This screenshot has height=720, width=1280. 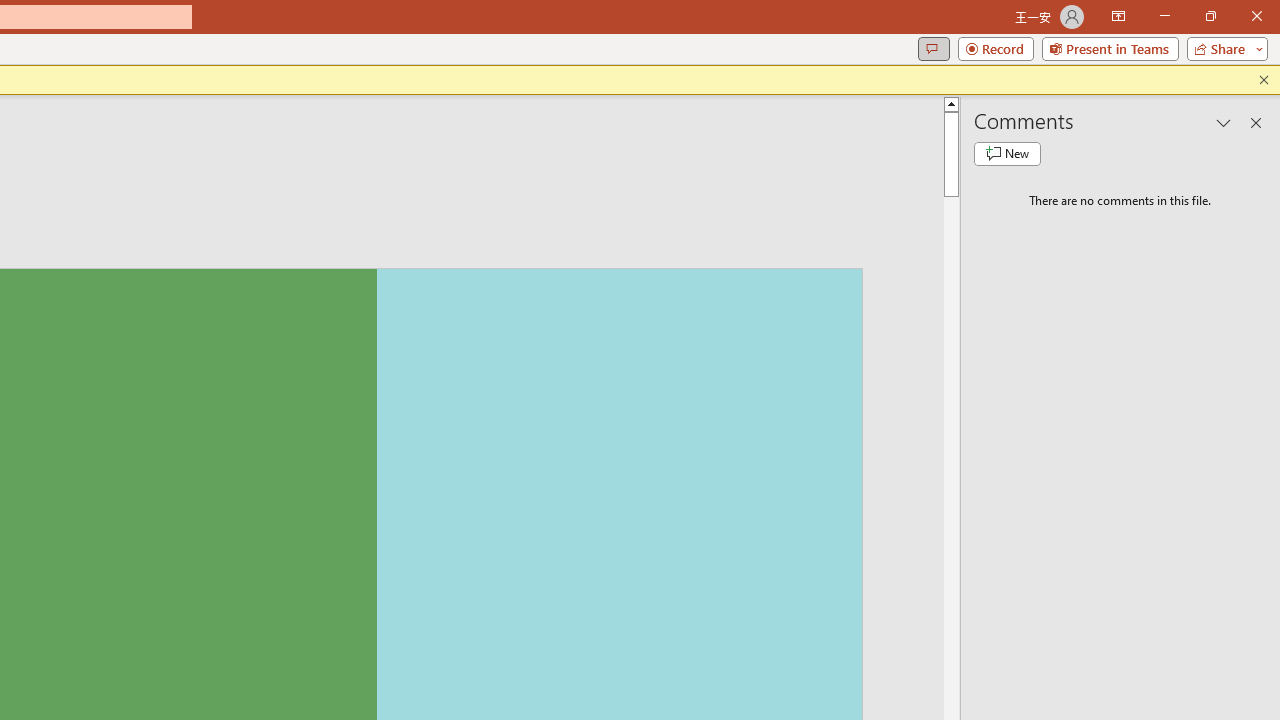 I want to click on 'Close this message', so click(x=1263, y=79).